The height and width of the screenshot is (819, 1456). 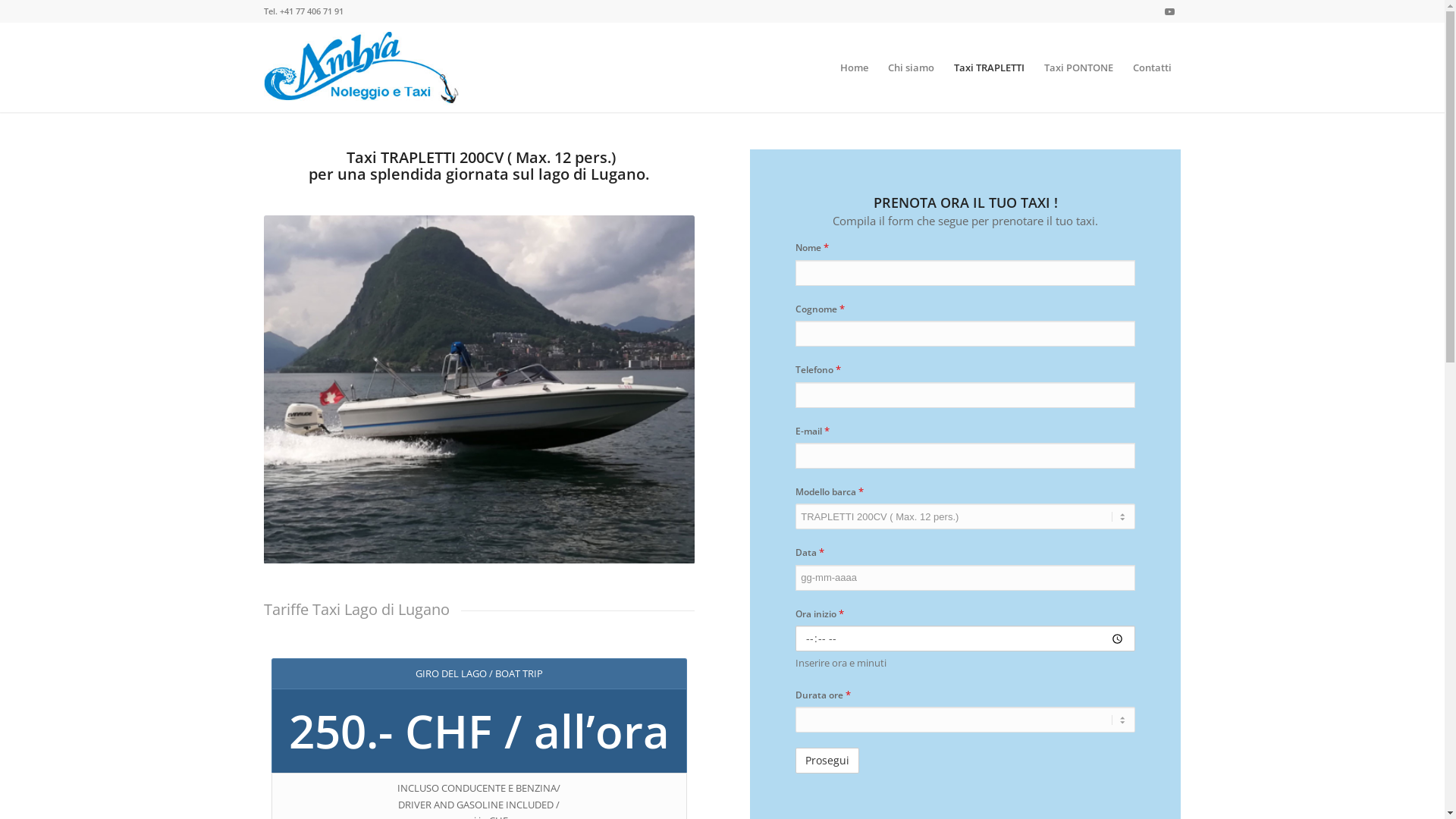 I want to click on 'Youtube', so click(x=1169, y=11).